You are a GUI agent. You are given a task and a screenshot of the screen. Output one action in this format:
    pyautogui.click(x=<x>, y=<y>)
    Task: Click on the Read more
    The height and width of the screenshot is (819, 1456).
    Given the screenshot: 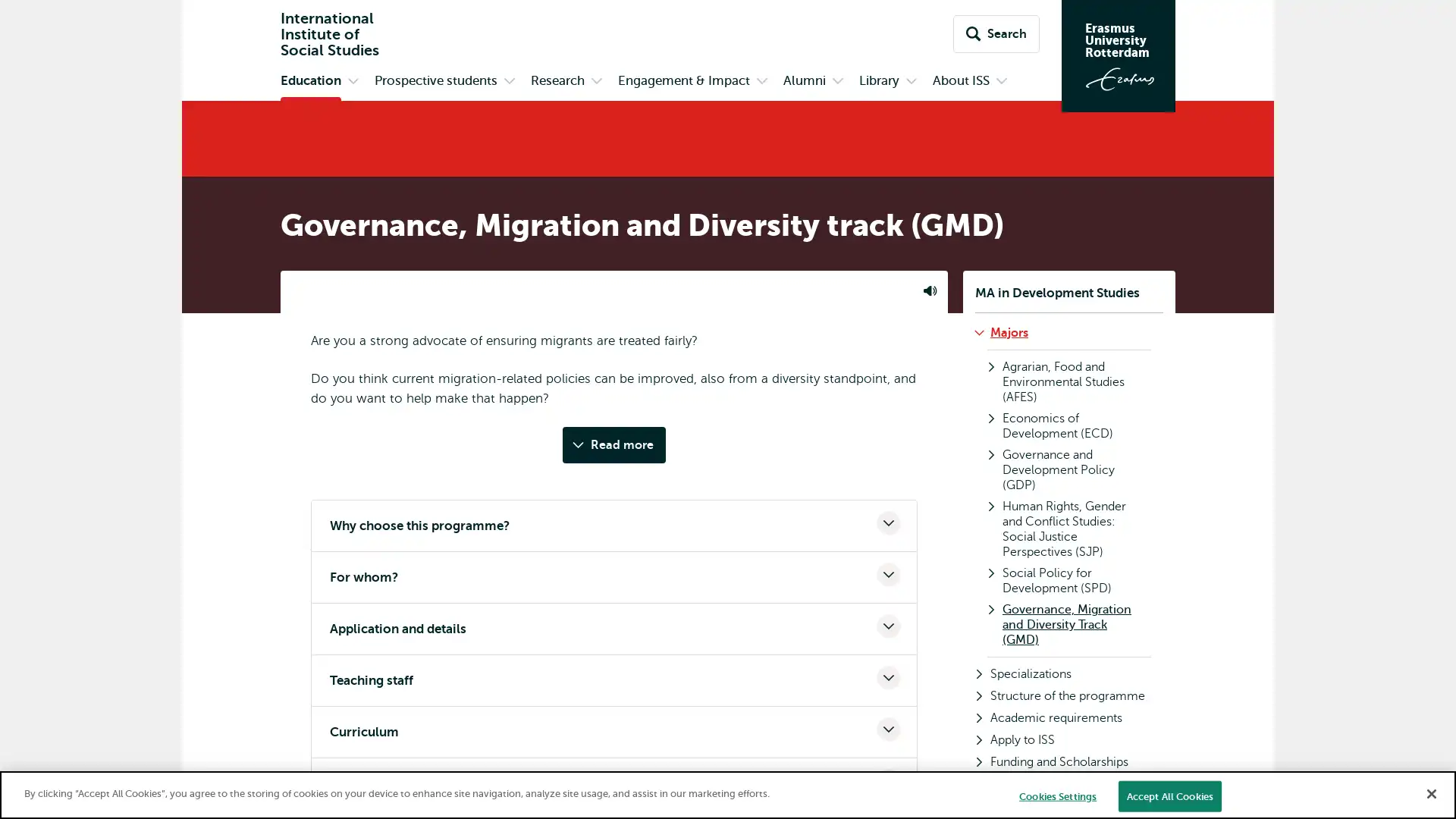 What is the action you would take?
    pyautogui.click(x=614, y=444)
    